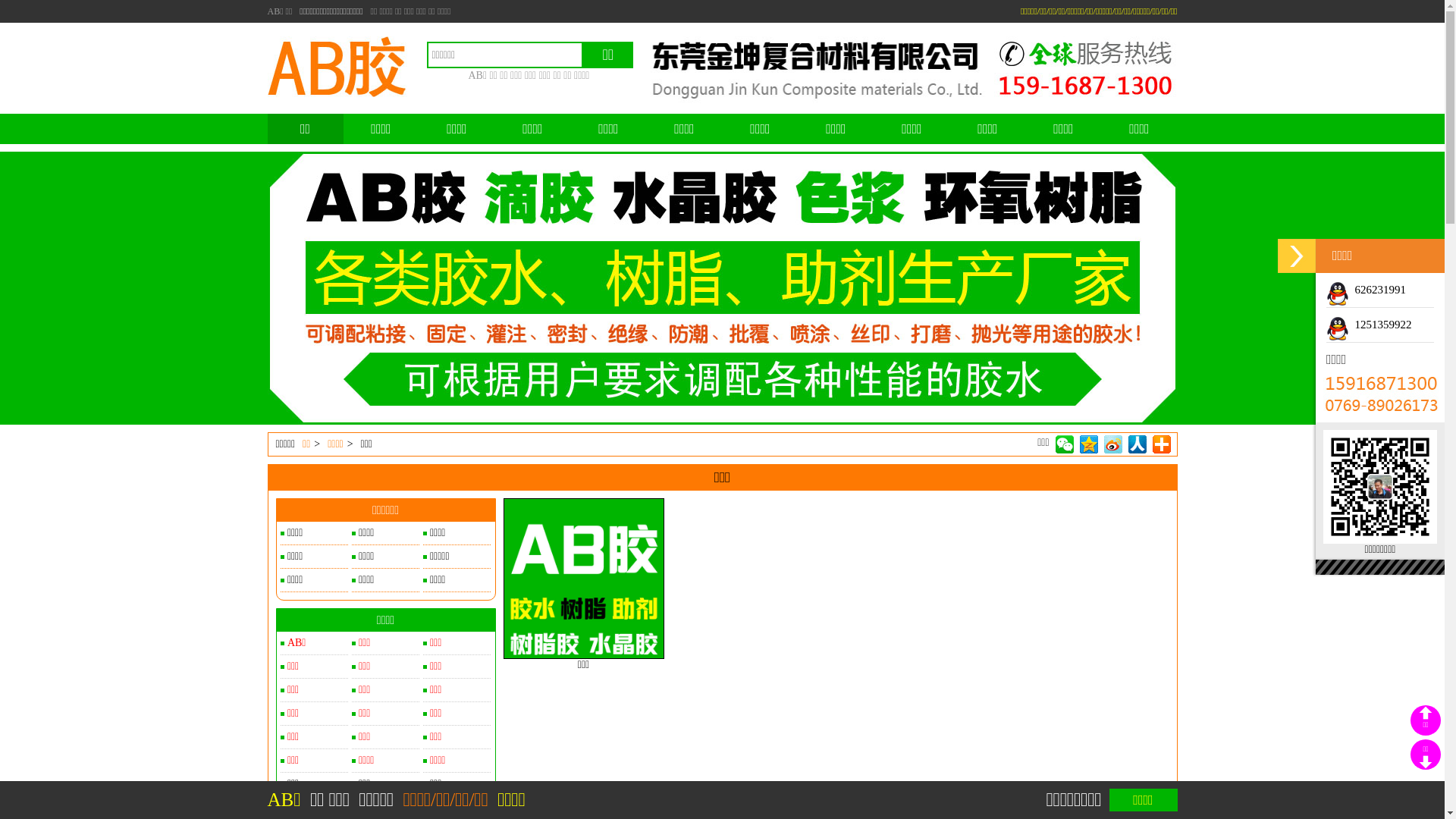  Describe the element at coordinates (1366, 289) in the screenshot. I see `'  626231991'` at that location.